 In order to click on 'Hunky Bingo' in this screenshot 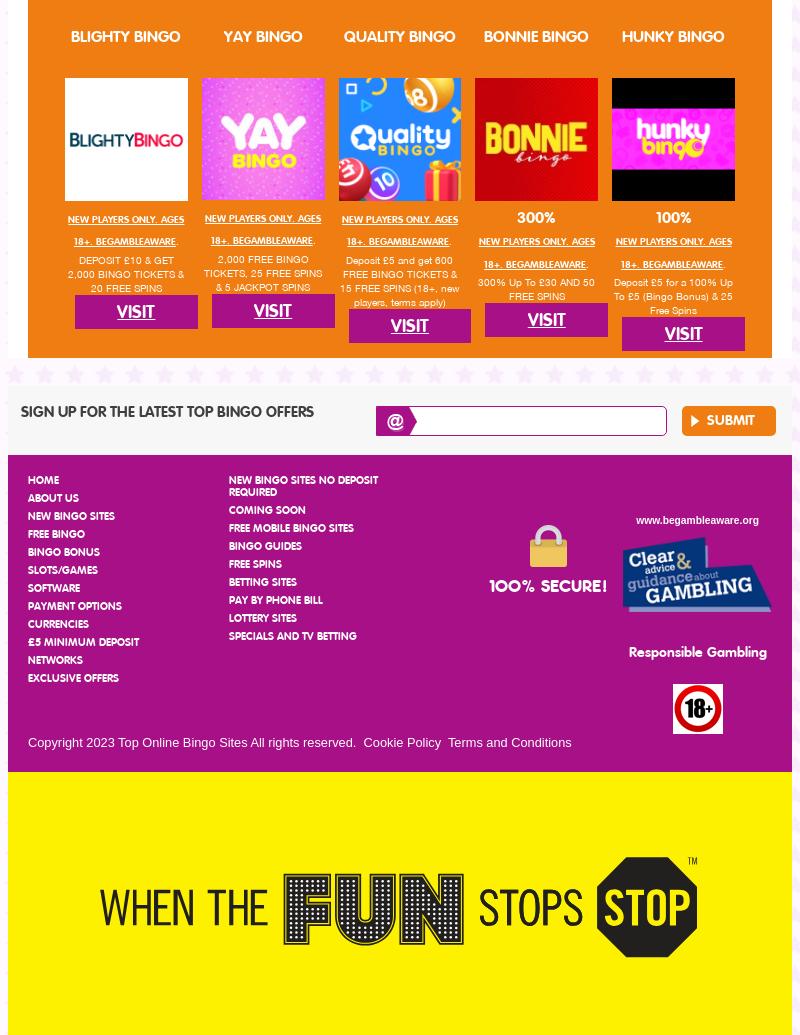, I will do `click(673, 36)`.